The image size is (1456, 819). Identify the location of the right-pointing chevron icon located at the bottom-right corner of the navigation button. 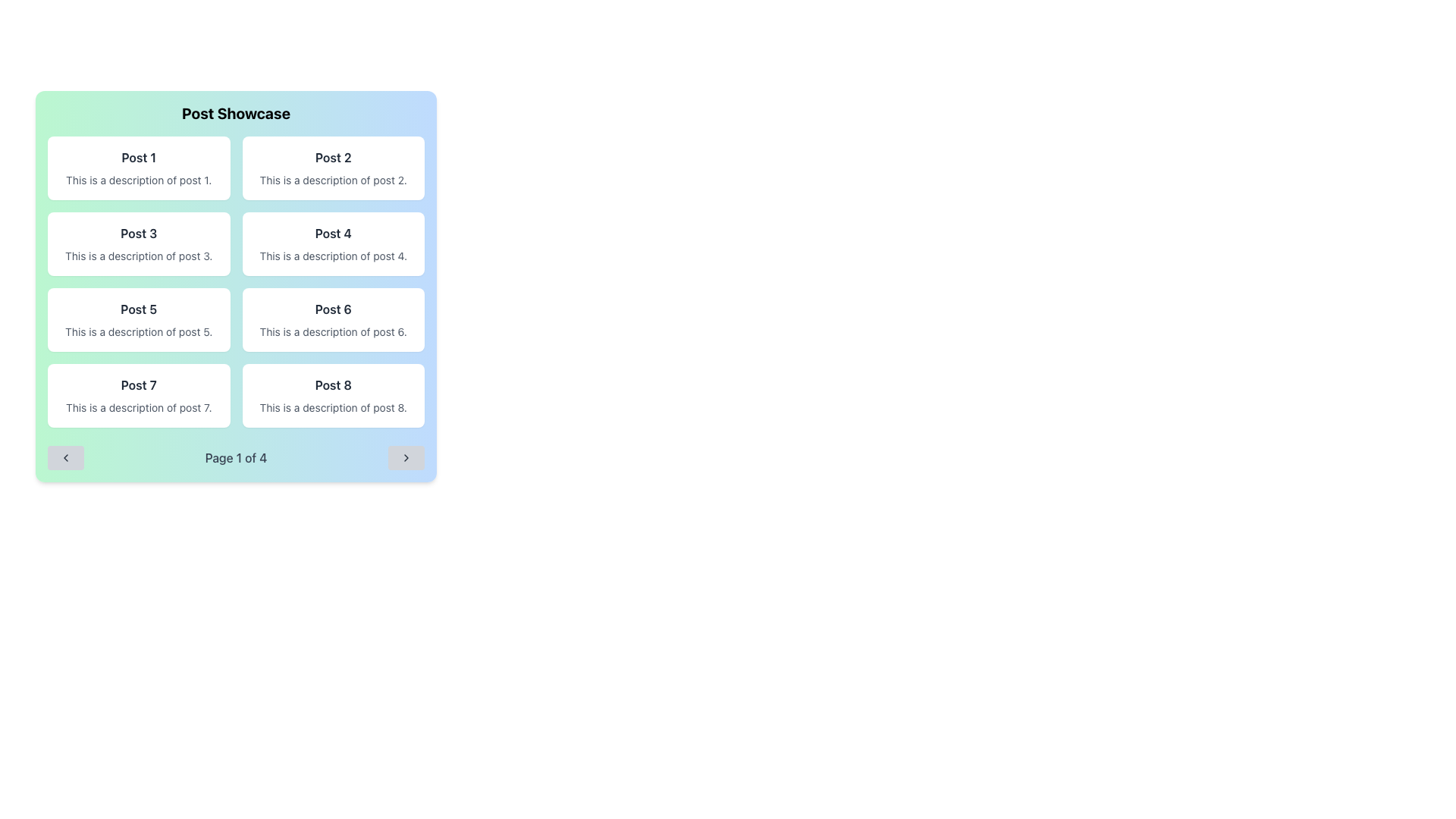
(406, 457).